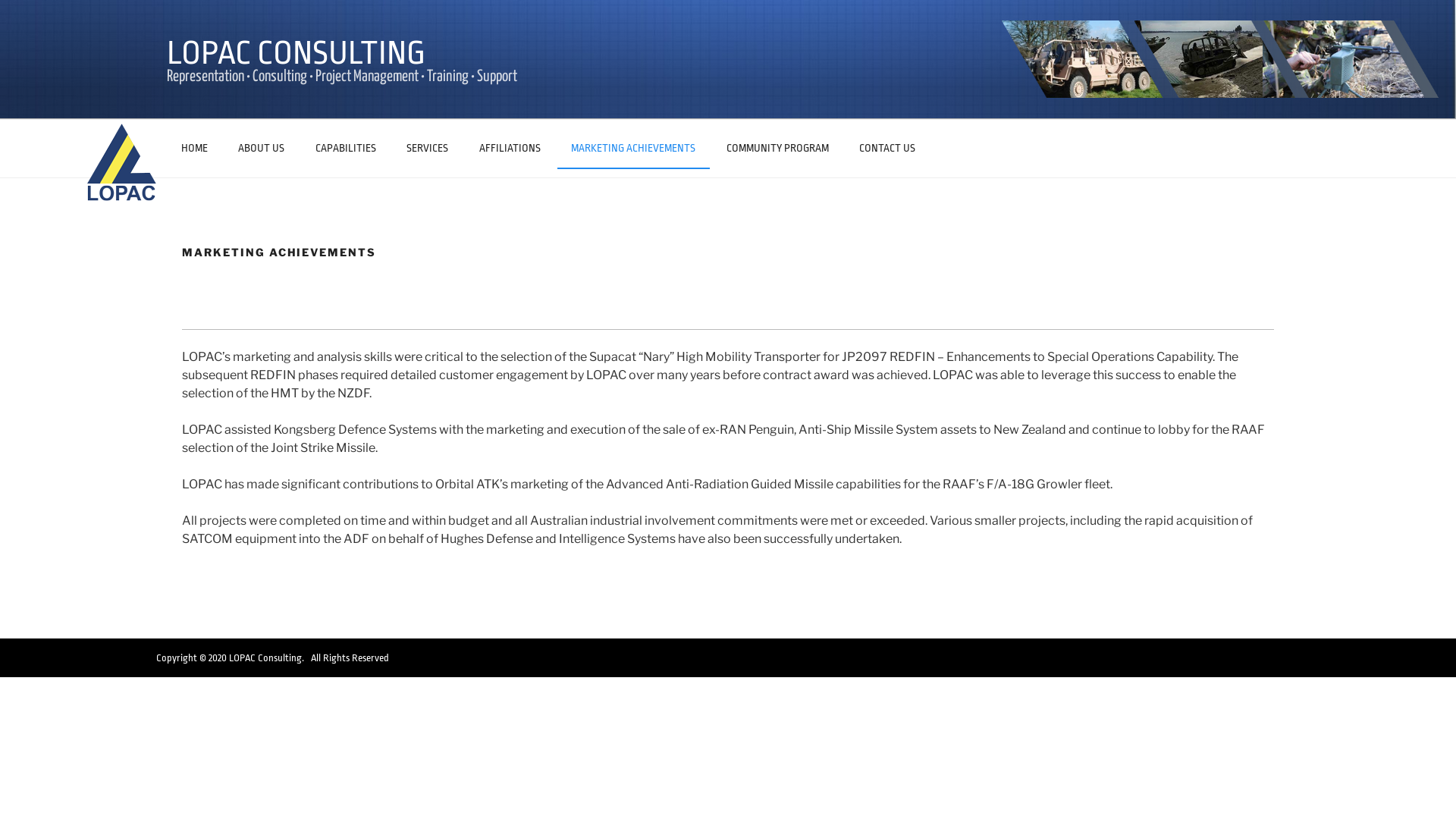 The height and width of the screenshot is (819, 1456). What do you see at coordinates (777, 147) in the screenshot?
I see `'COMMUNITY PROGRAM'` at bounding box center [777, 147].